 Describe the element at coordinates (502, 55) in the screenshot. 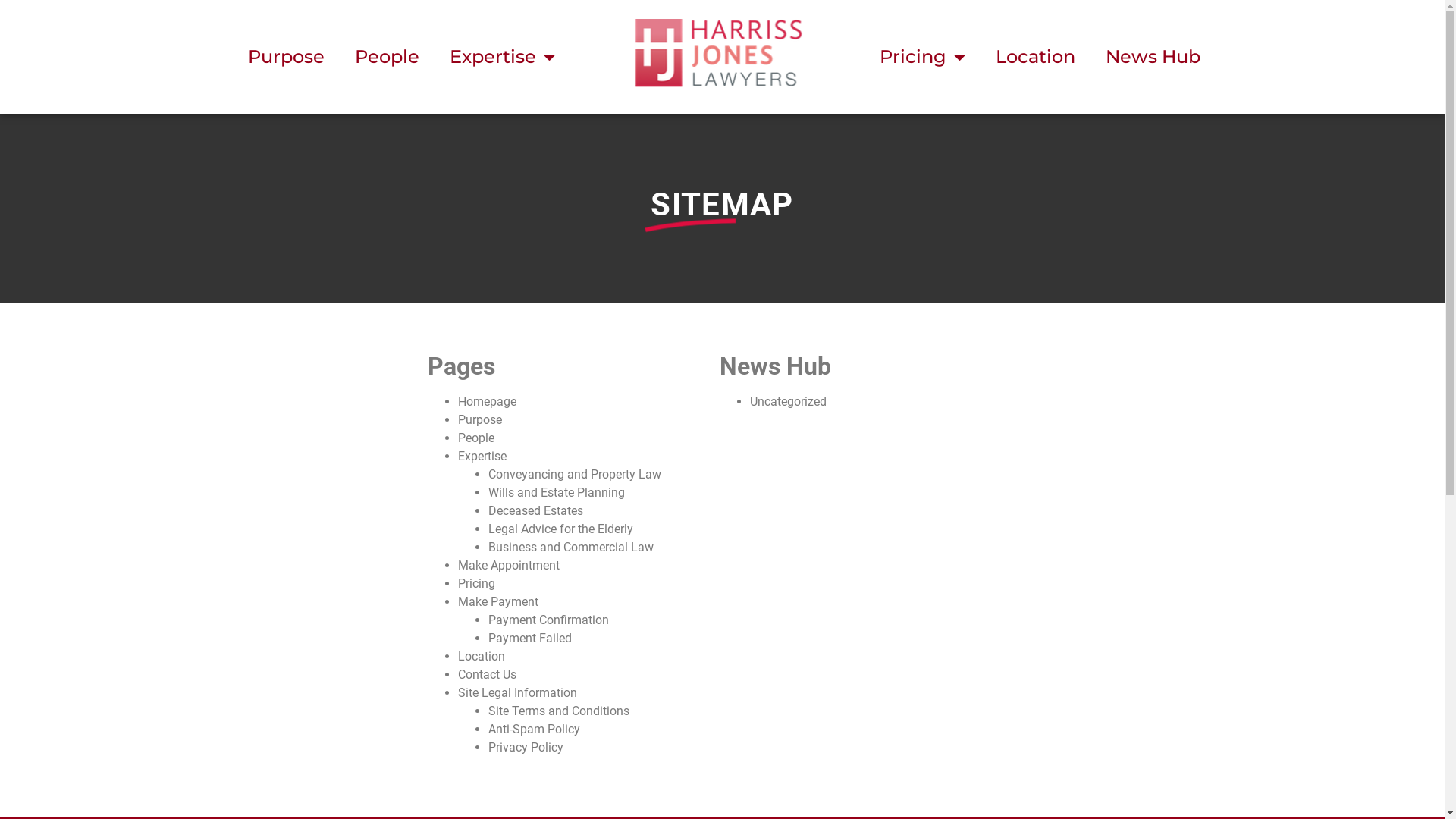

I see `'Expertise'` at that location.